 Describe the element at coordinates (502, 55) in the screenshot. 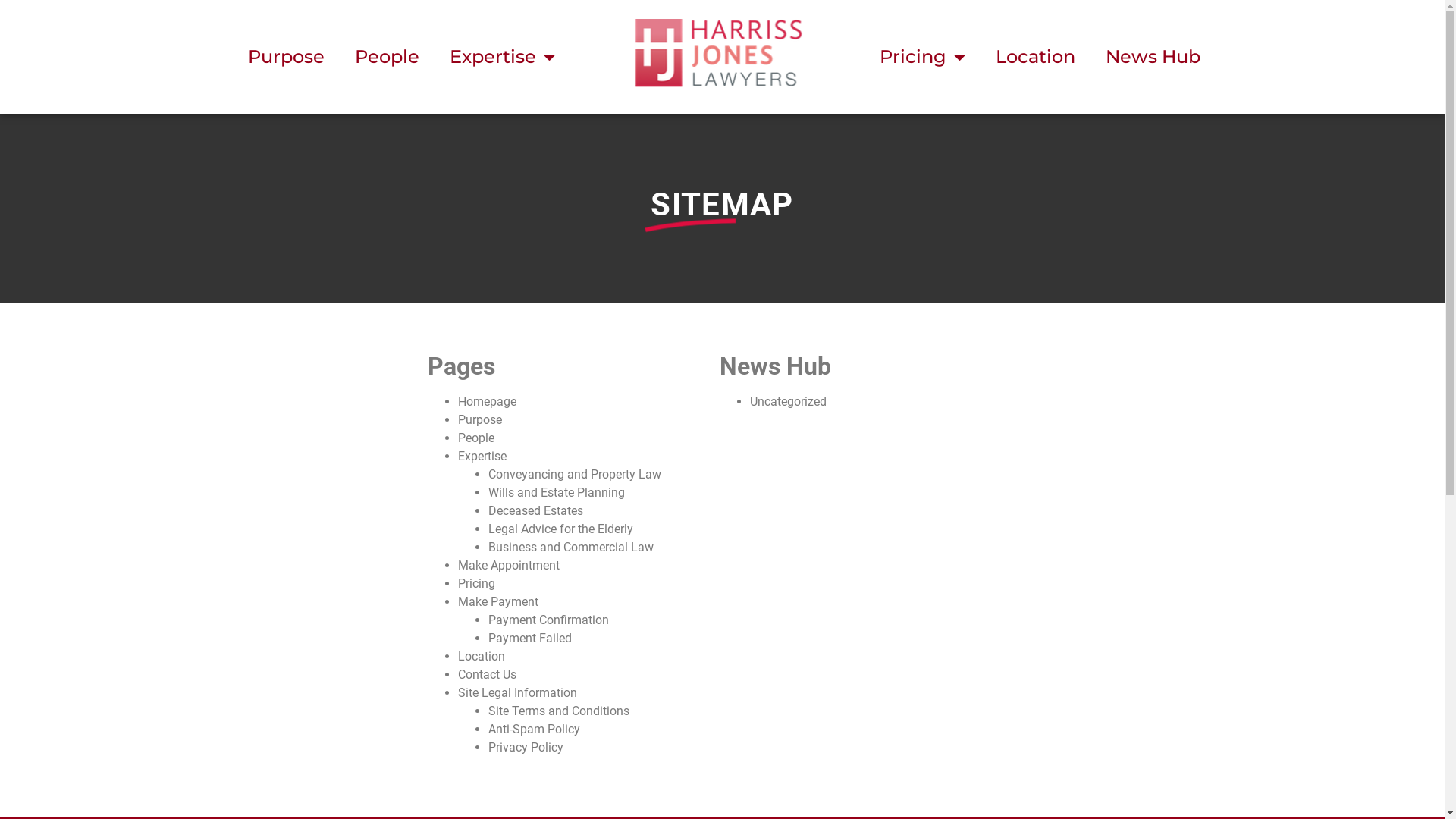

I see `'Expertise'` at that location.